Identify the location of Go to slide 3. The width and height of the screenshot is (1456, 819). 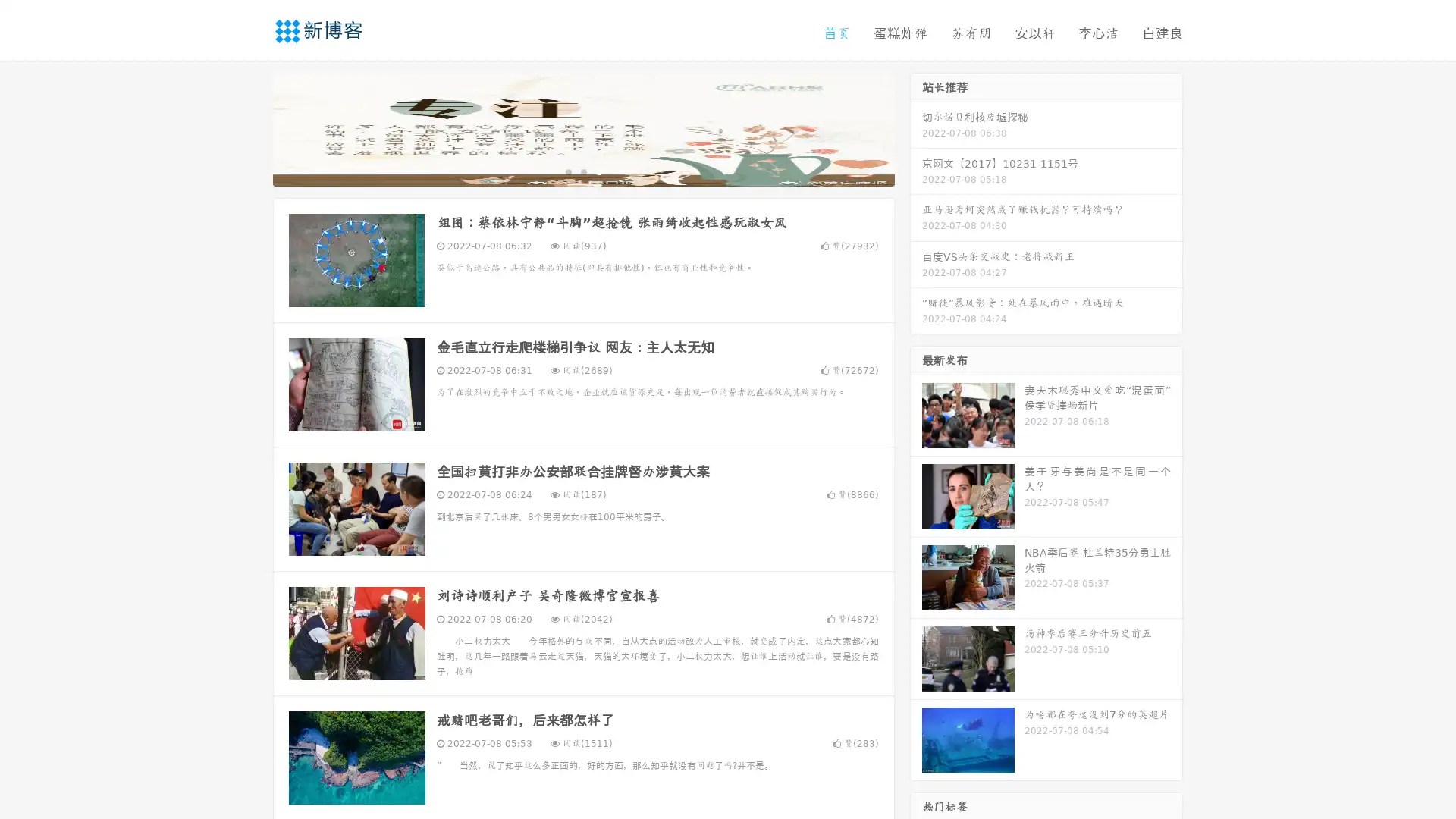
(598, 171).